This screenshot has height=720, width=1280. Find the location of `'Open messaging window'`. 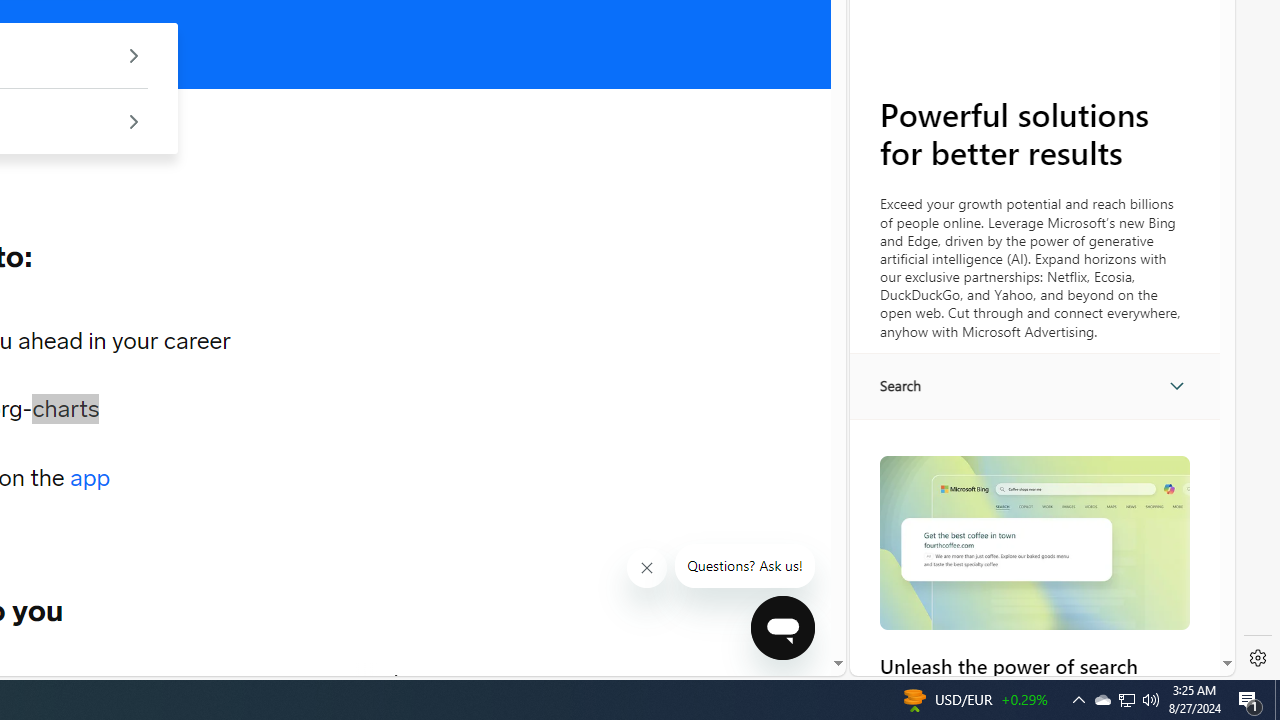

'Open messaging window' is located at coordinates (782, 627).